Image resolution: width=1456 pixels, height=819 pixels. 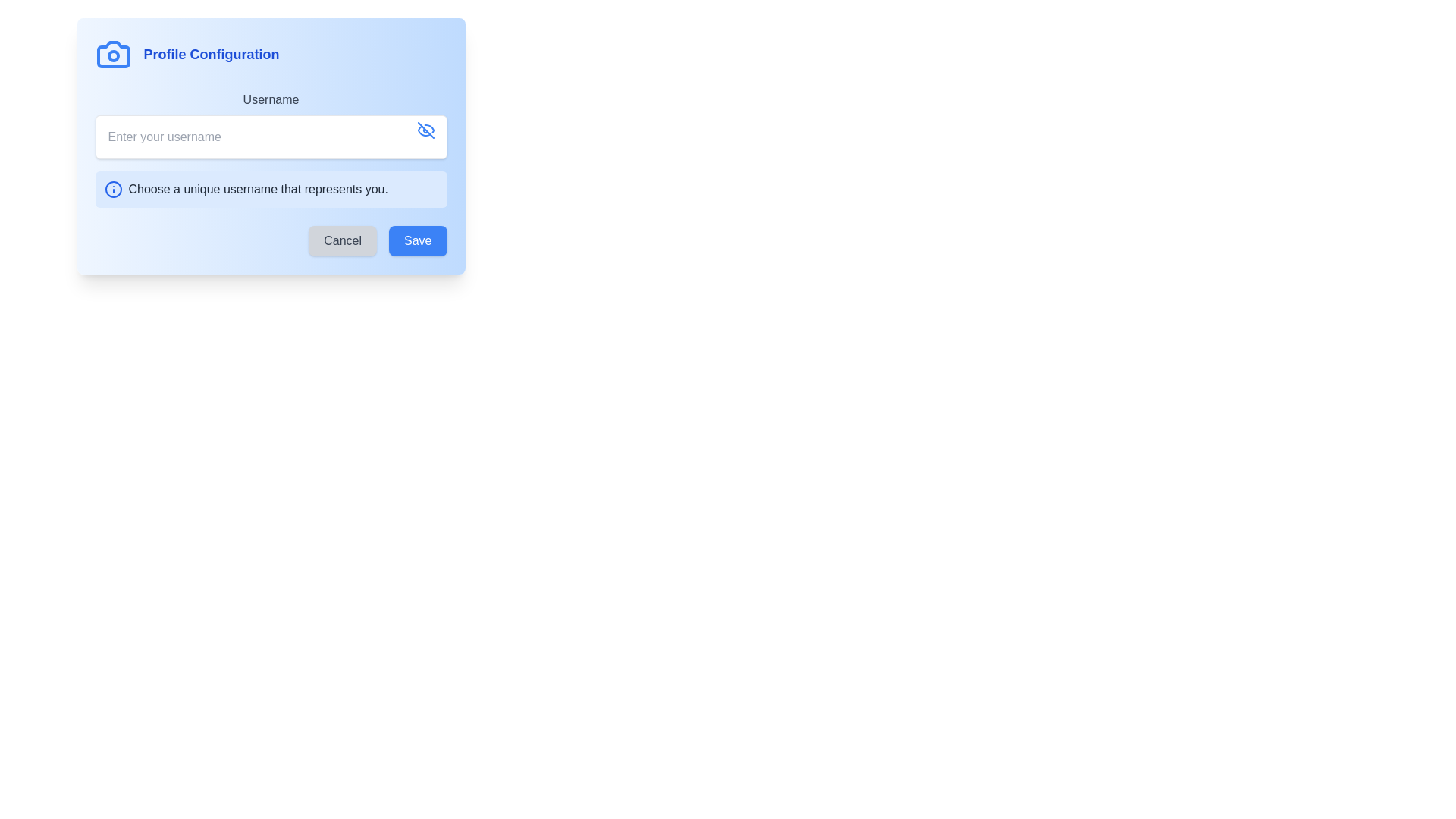 I want to click on the 'Save' button located at the bottom-right corner of the modal dialog box, so click(x=418, y=240).